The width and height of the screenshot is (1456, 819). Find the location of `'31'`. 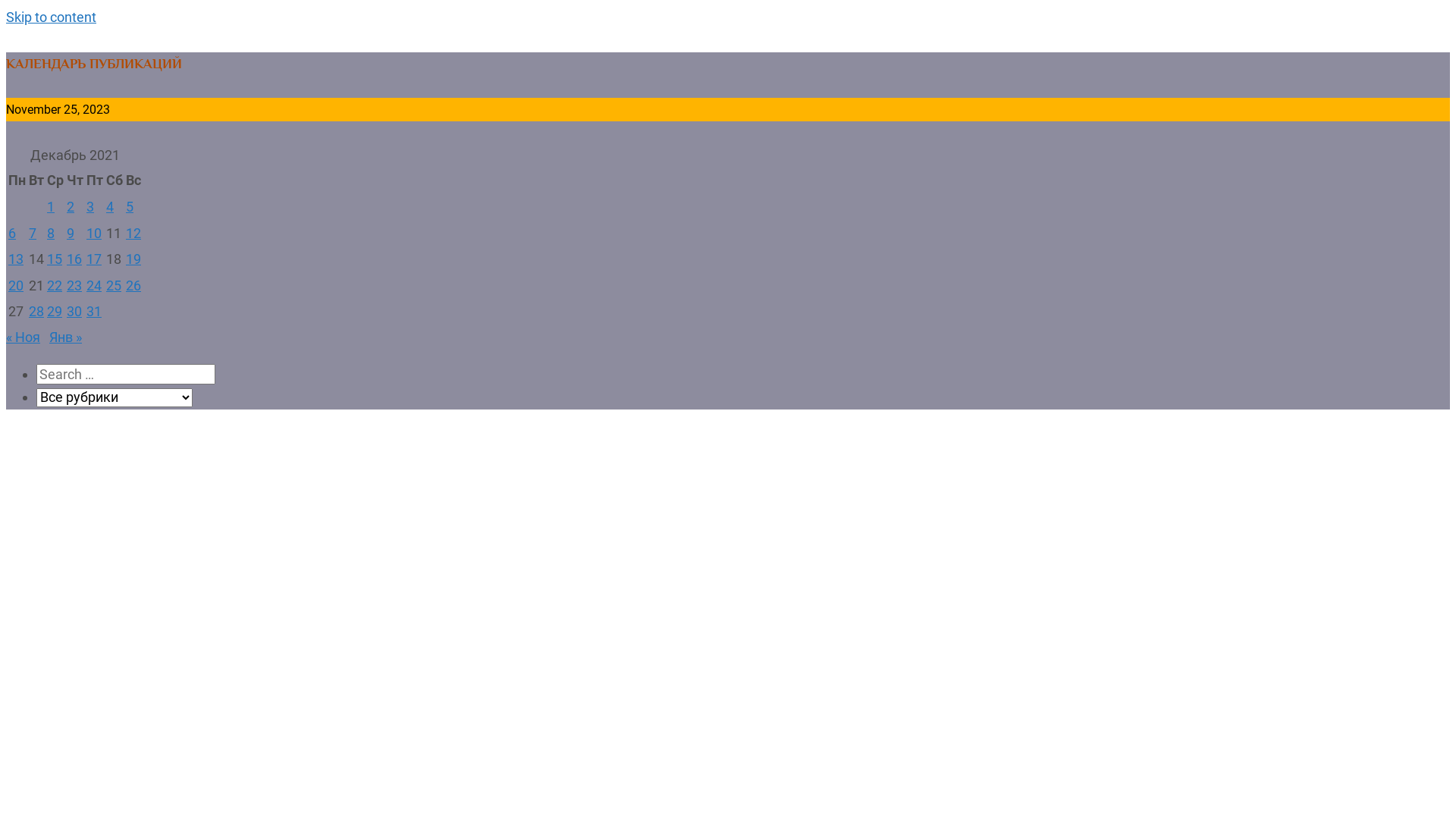

'31' is located at coordinates (86, 310).